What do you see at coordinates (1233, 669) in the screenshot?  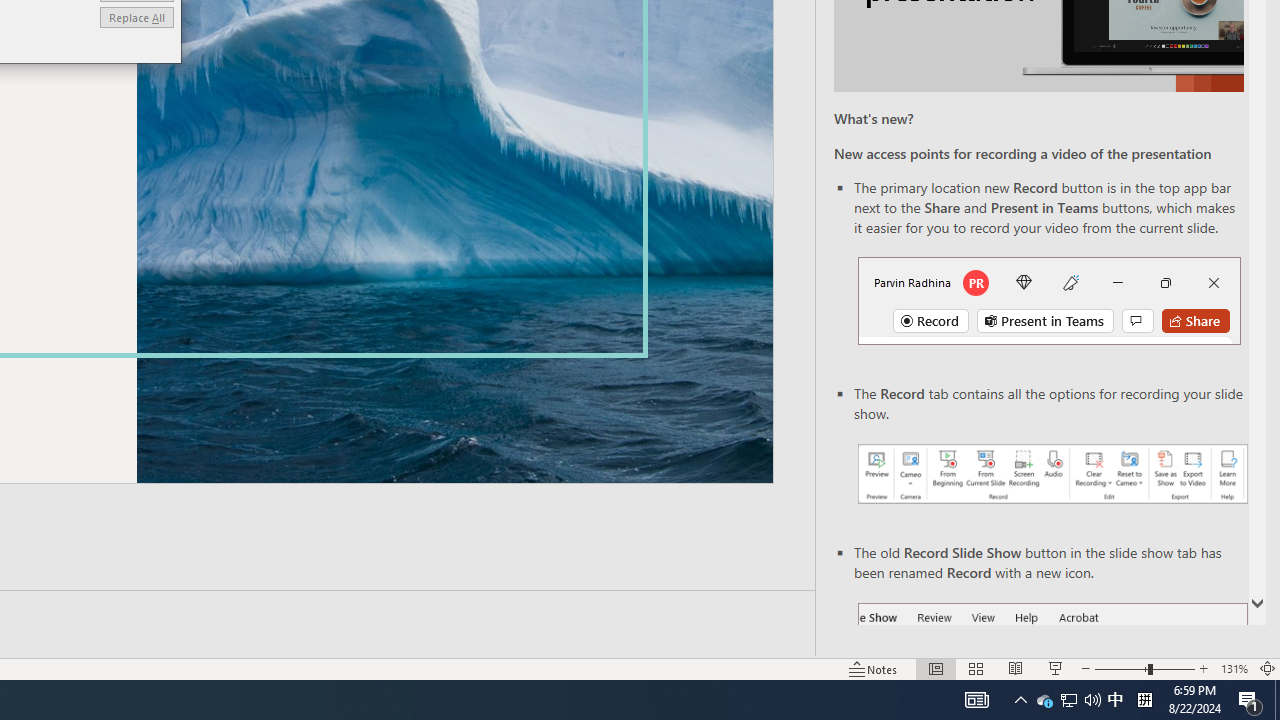 I see `'Zoom 131%'` at bounding box center [1233, 669].